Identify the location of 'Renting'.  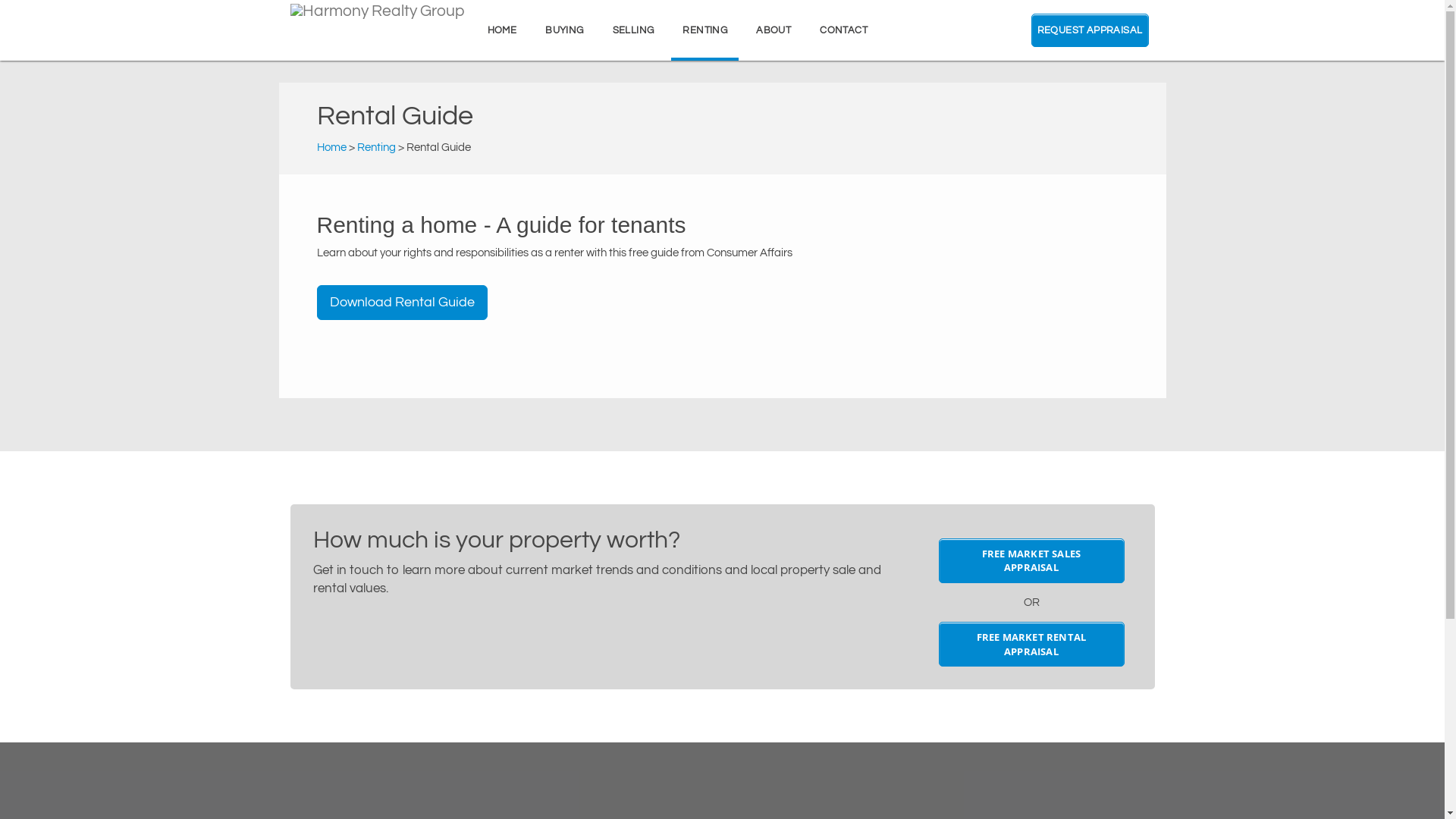
(375, 147).